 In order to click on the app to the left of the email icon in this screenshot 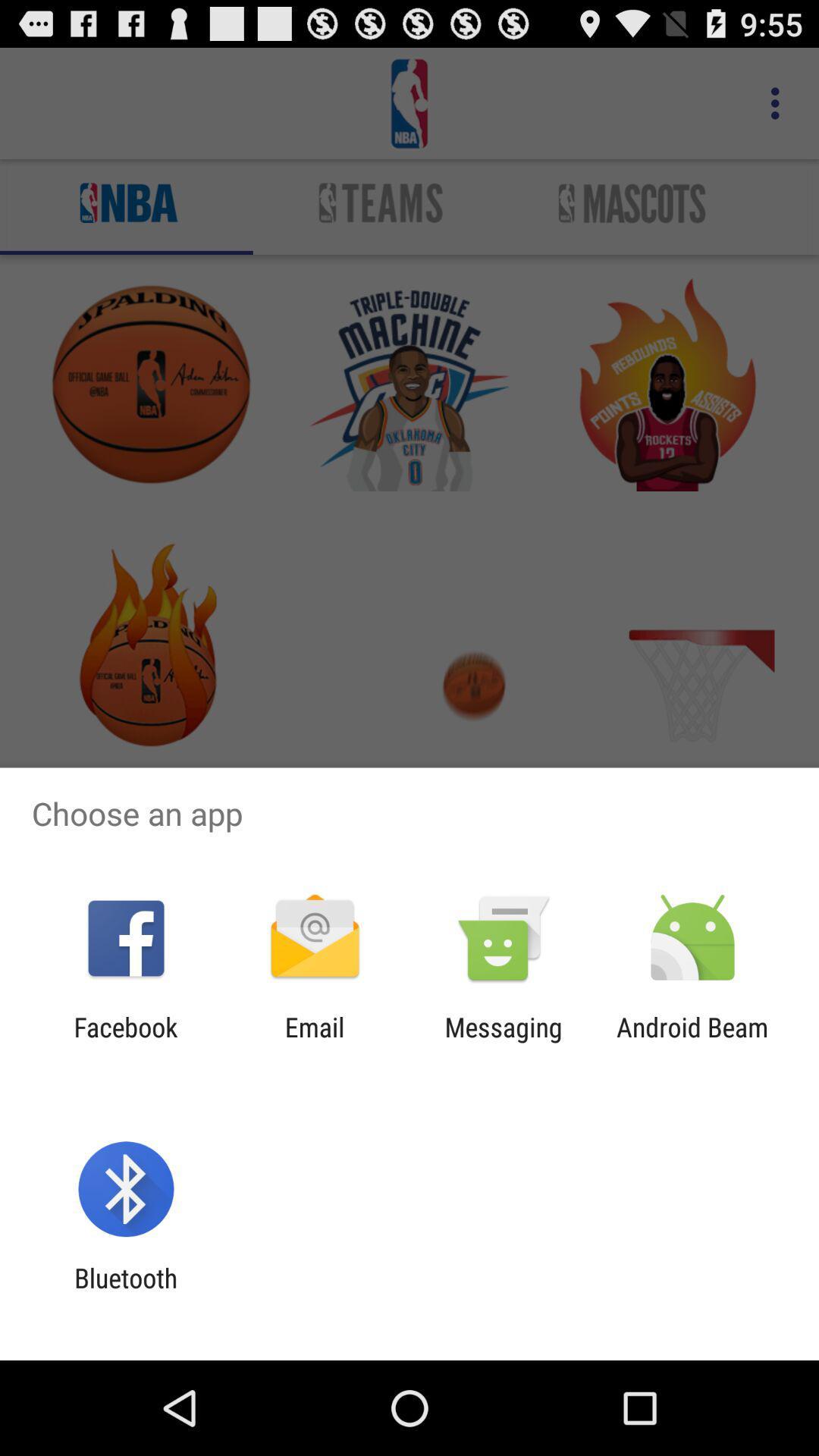, I will do `click(125, 1042)`.